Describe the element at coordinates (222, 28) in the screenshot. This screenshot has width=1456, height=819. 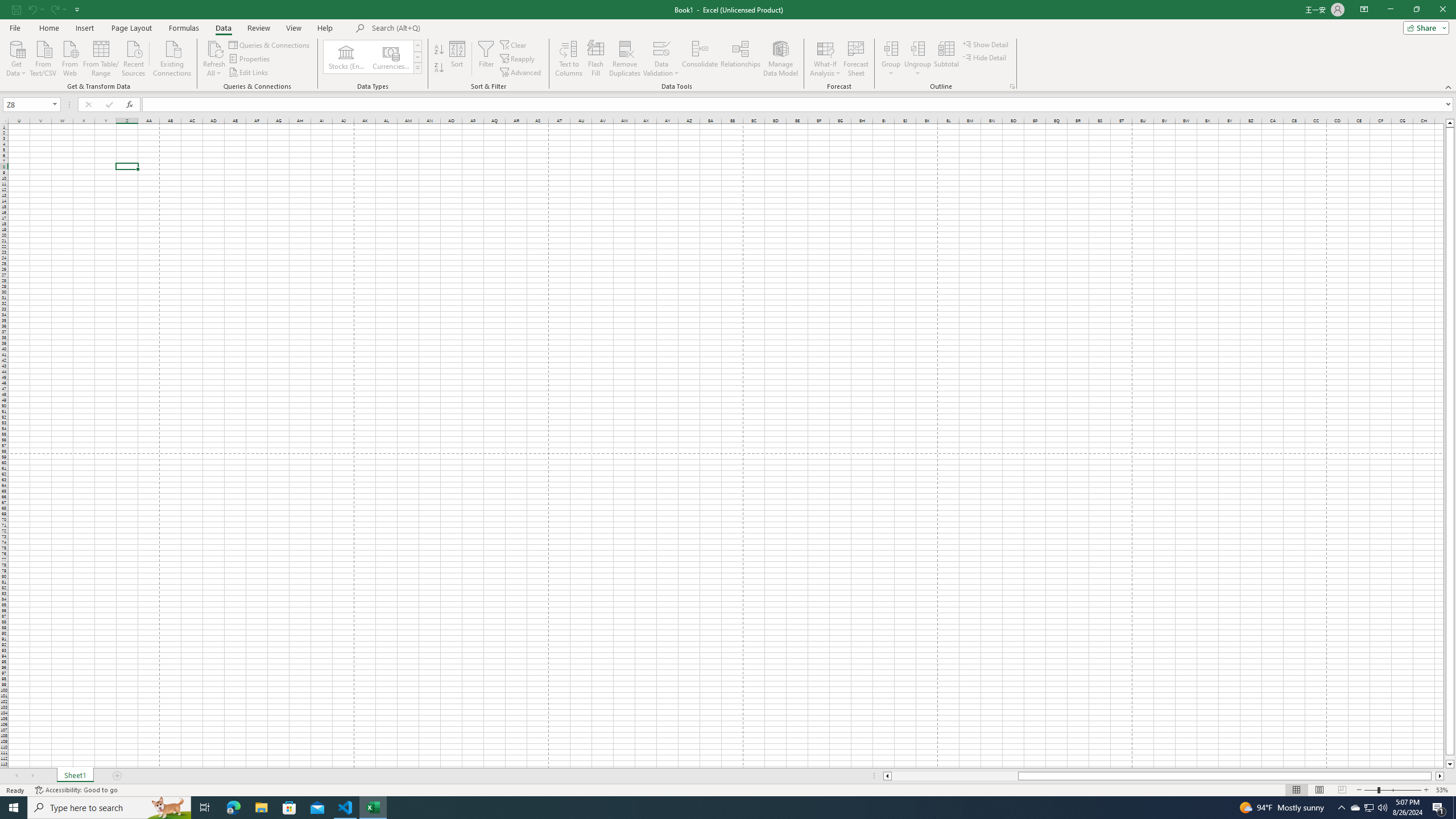
I see `'Data'` at that location.